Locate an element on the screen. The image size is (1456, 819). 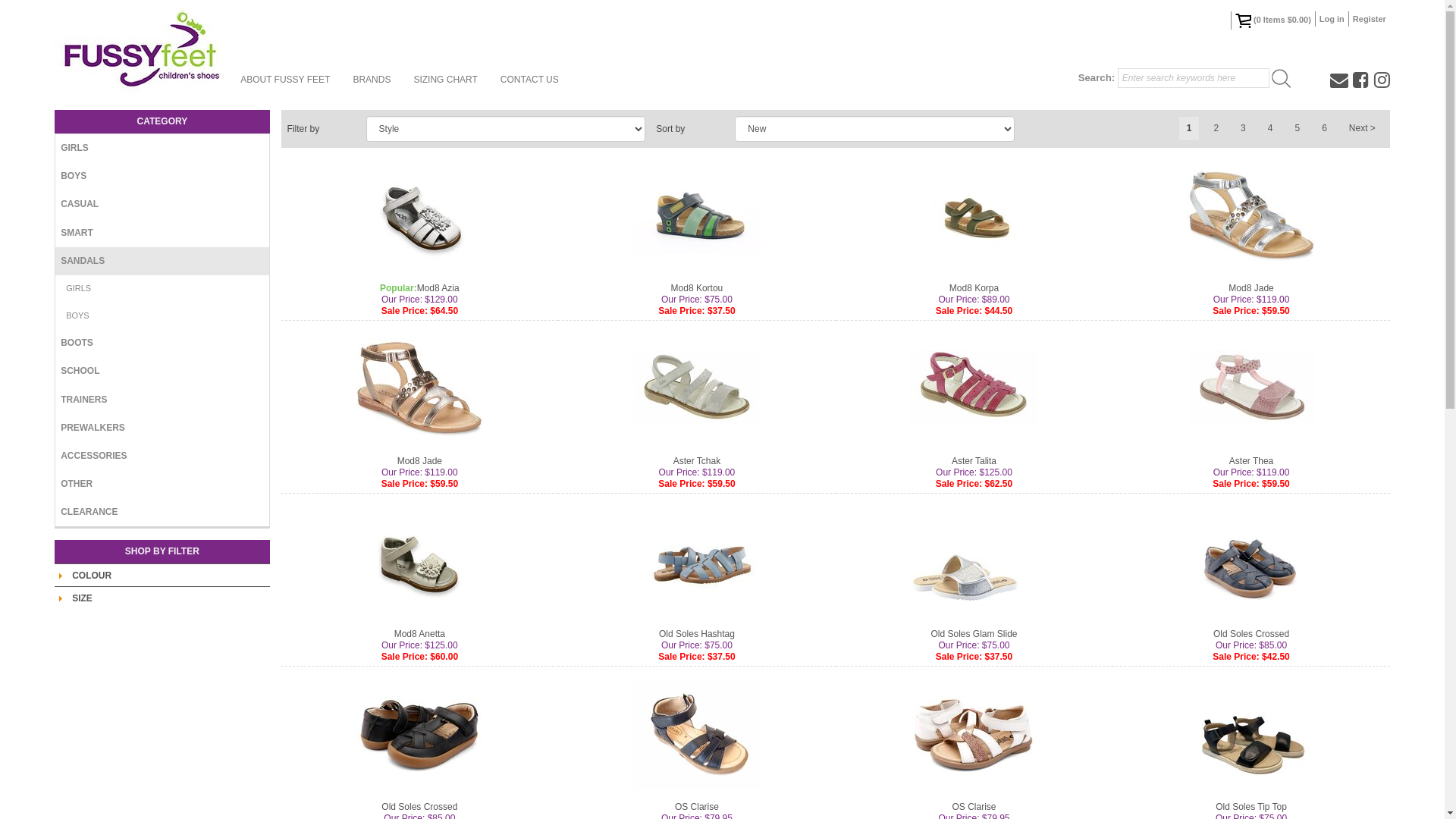
'4' is located at coordinates (1259, 127).